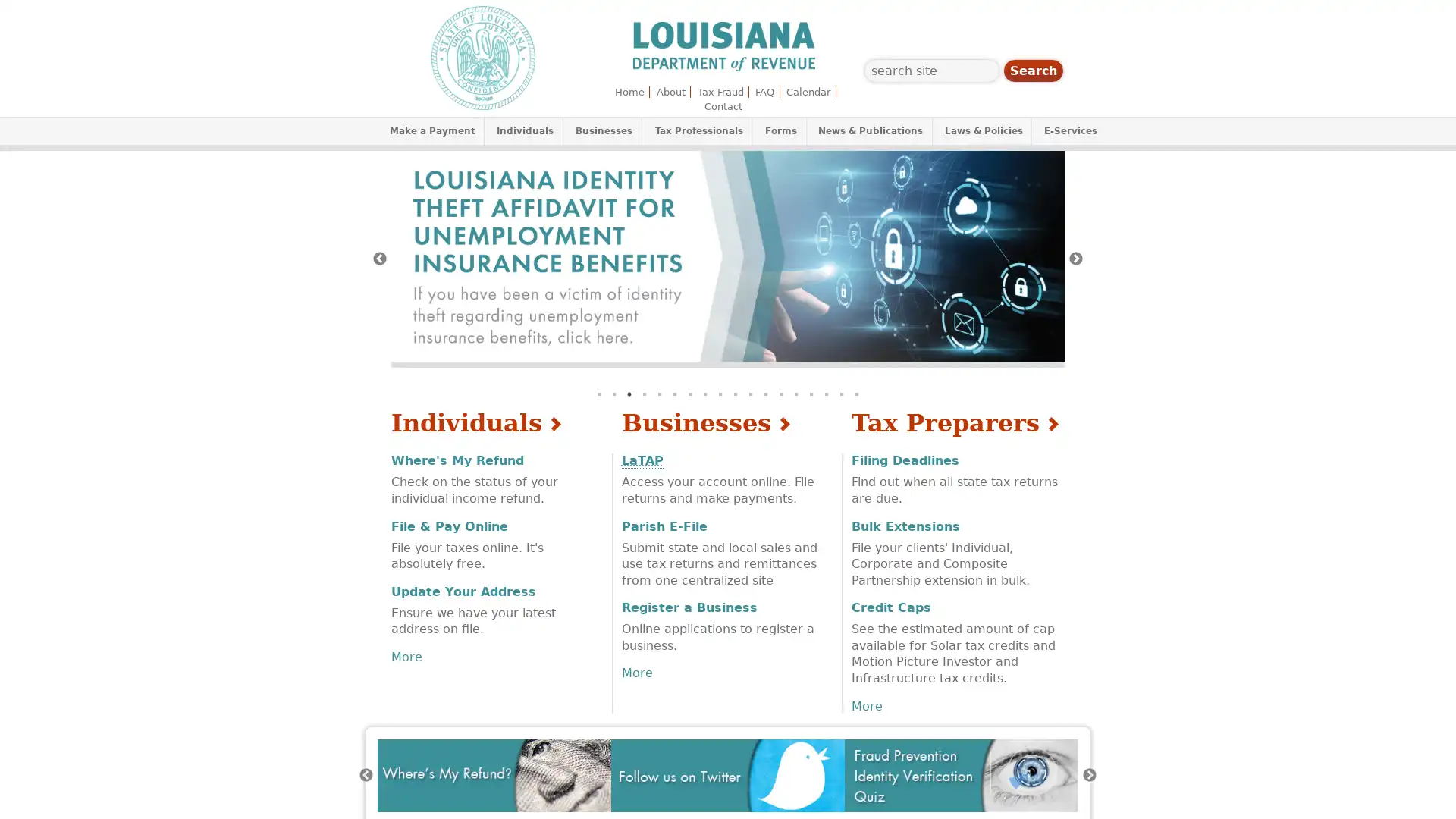 This screenshot has width=1456, height=819. What do you see at coordinates (644, 394) in the screenshot?
I see `4` at bounding box center [644, 394].